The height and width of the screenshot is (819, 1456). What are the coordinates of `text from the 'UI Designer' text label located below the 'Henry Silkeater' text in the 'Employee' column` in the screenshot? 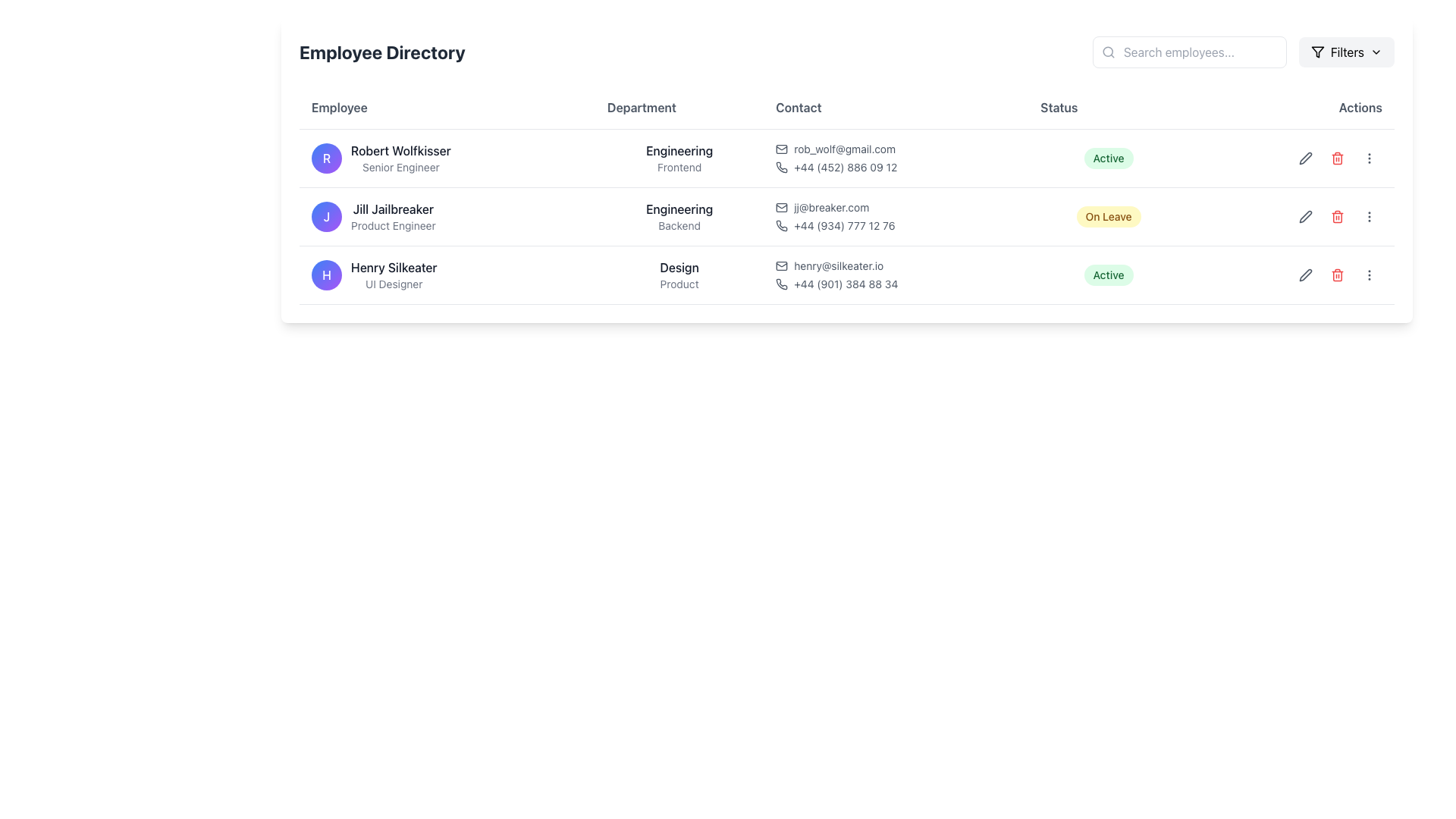 It's located at (394, 284).